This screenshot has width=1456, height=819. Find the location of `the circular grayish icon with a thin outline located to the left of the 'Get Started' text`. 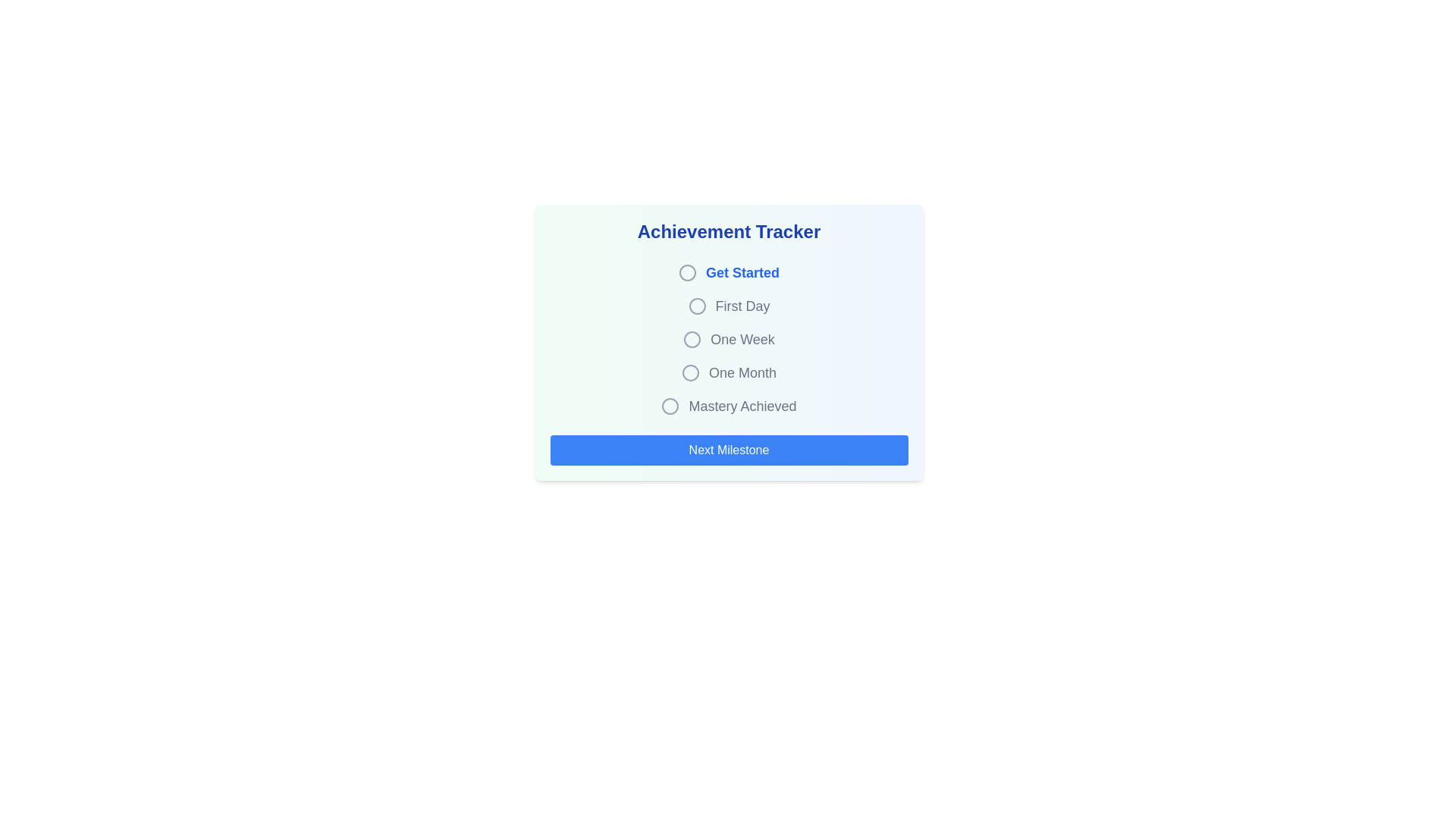

the circular grayish icon with a thin outline located to the left of the 'Get Started' text is located at coordinates (687, 271).